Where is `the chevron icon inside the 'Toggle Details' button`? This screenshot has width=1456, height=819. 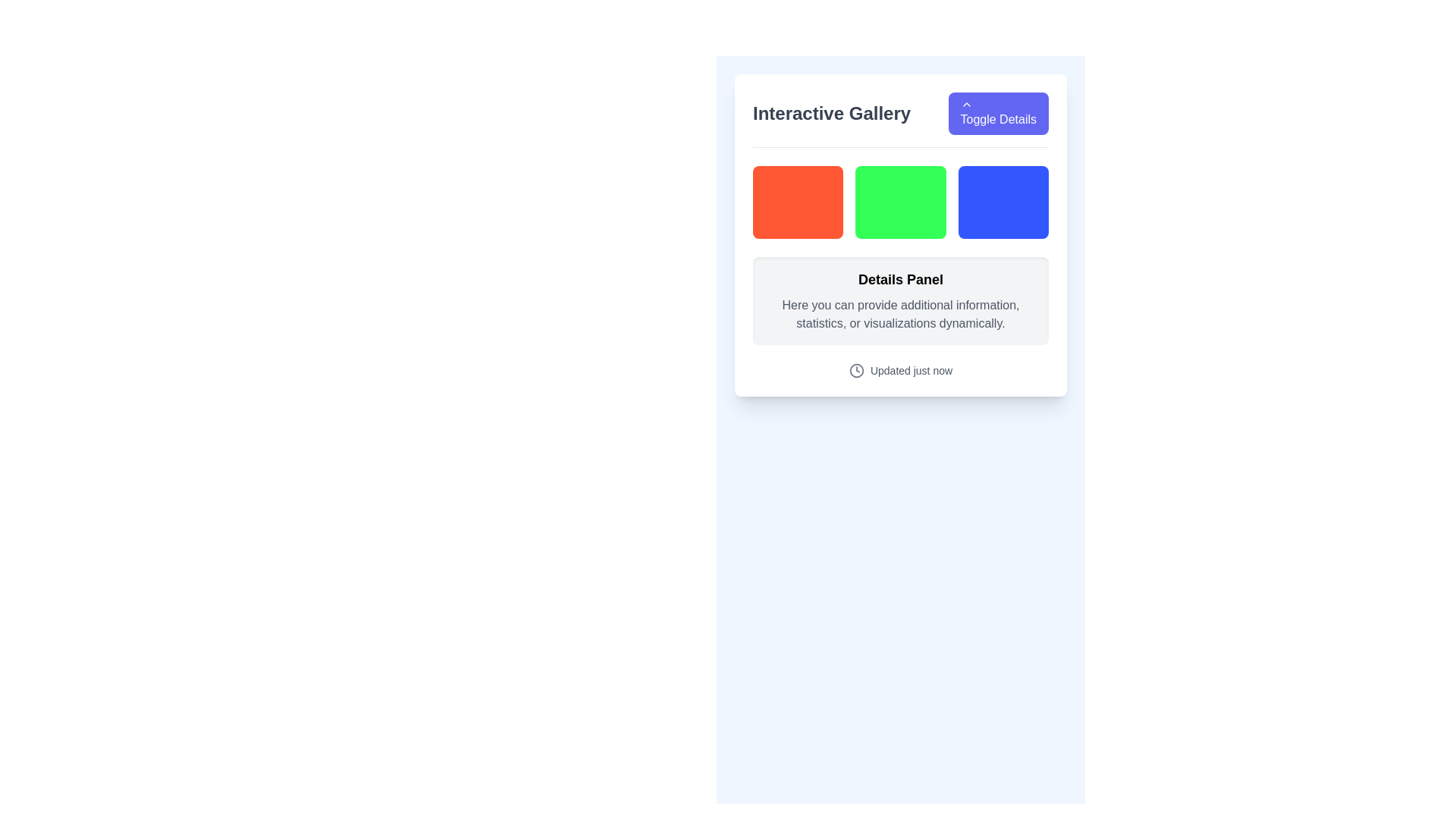
the chevron icon inside the 'Toggle Details' button is located at coordinates (965, 104).